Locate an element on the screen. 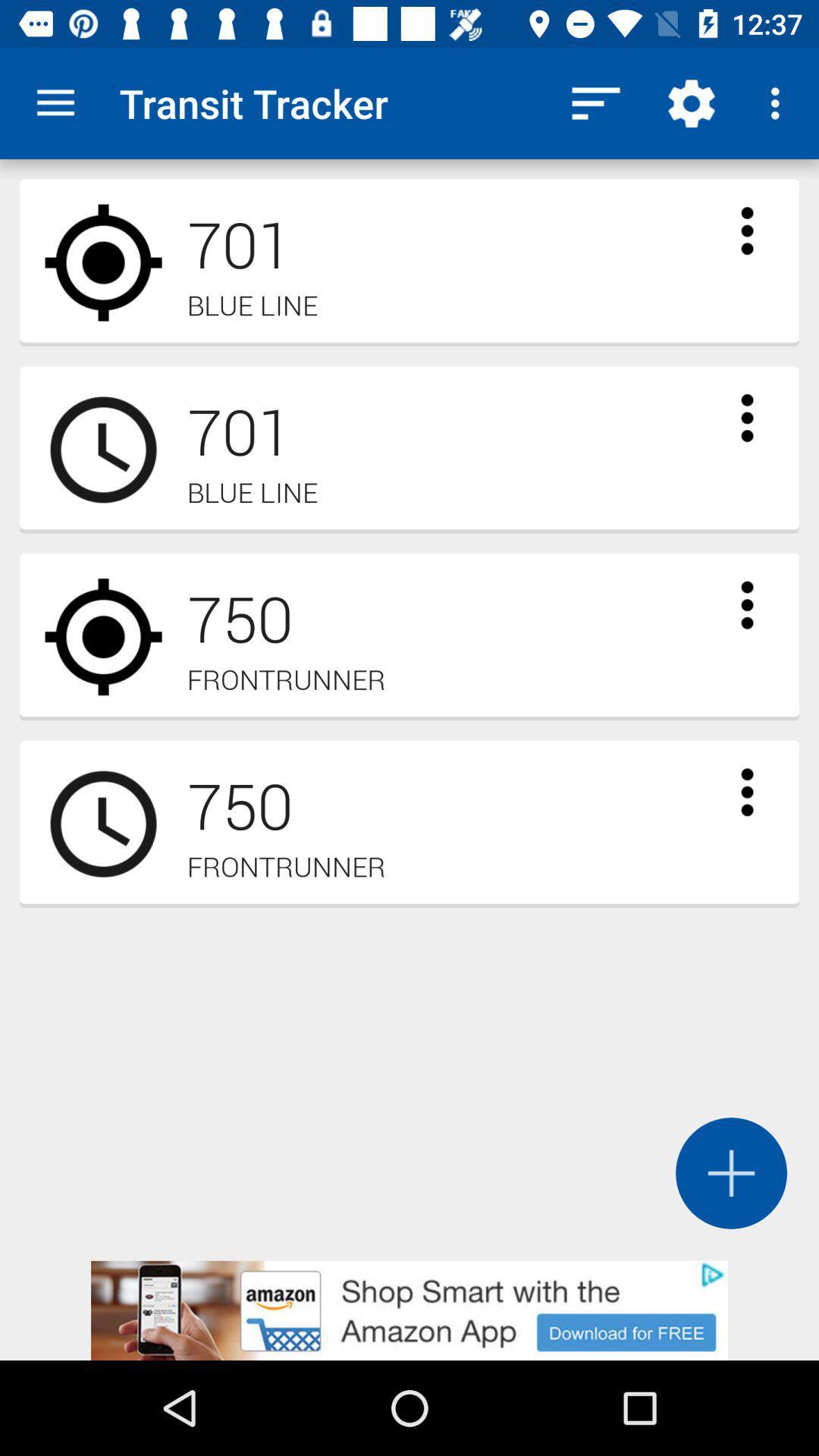 Image resolution: width=819 pixels, height=1456 pixels. open context menu is located at coordinates (746, 791).